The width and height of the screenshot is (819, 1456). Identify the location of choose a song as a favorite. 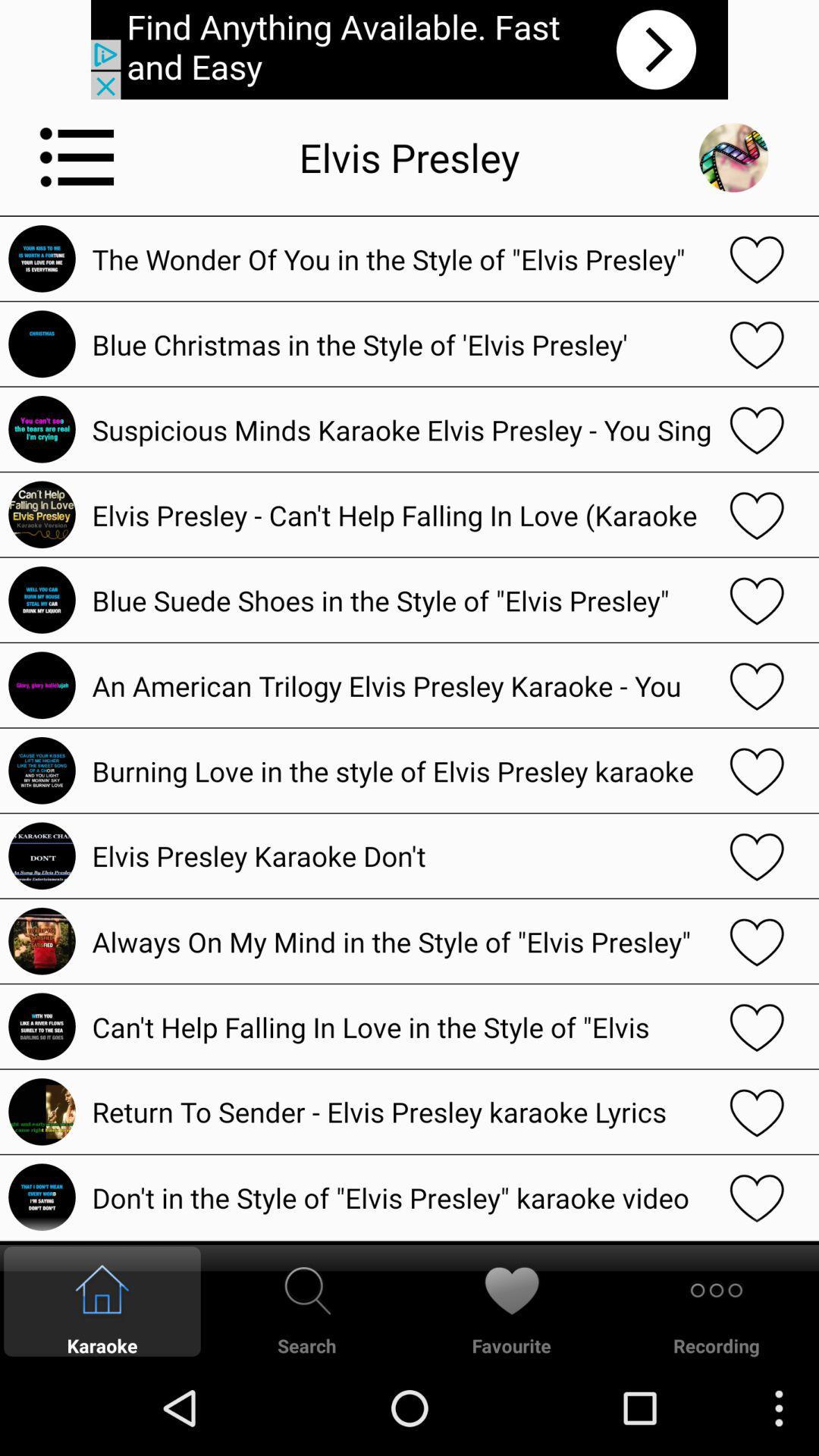
(757, 1026).